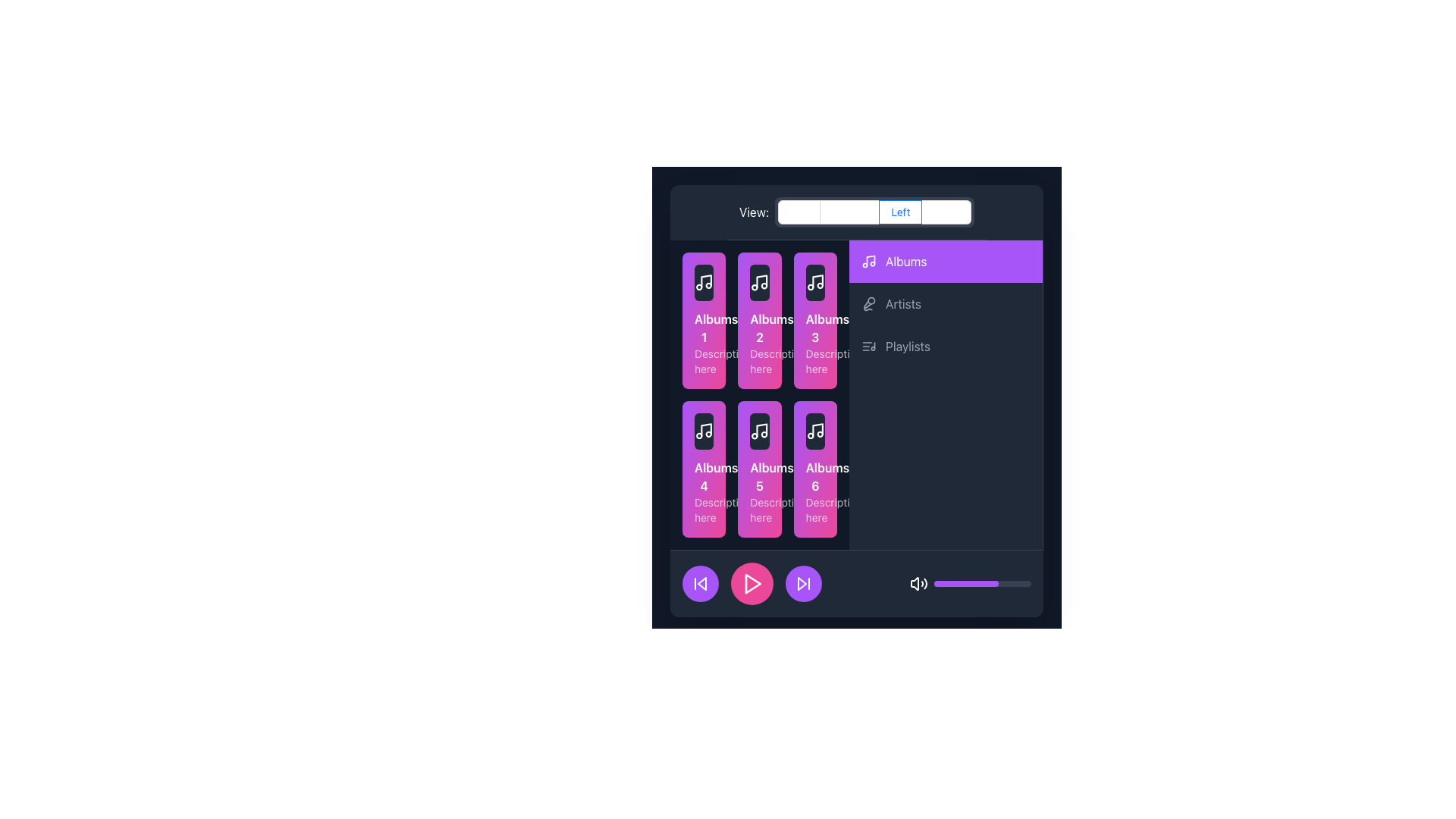  Describe the element at coordinates (960, 583) in the screenshot. I see `the volume level` at that location.